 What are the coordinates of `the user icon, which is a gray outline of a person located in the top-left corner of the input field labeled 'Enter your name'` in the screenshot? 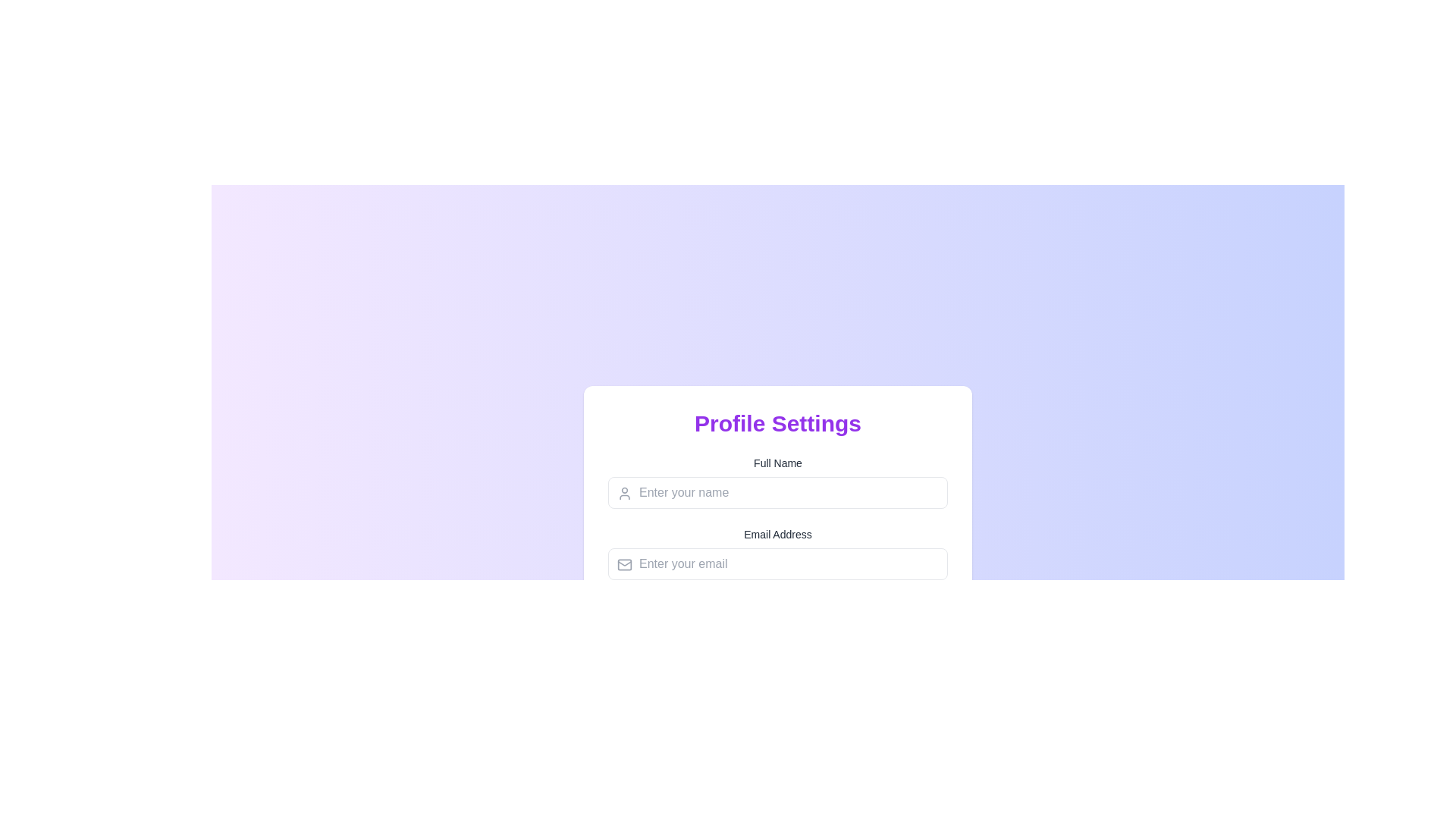 It's located at (625, 494).